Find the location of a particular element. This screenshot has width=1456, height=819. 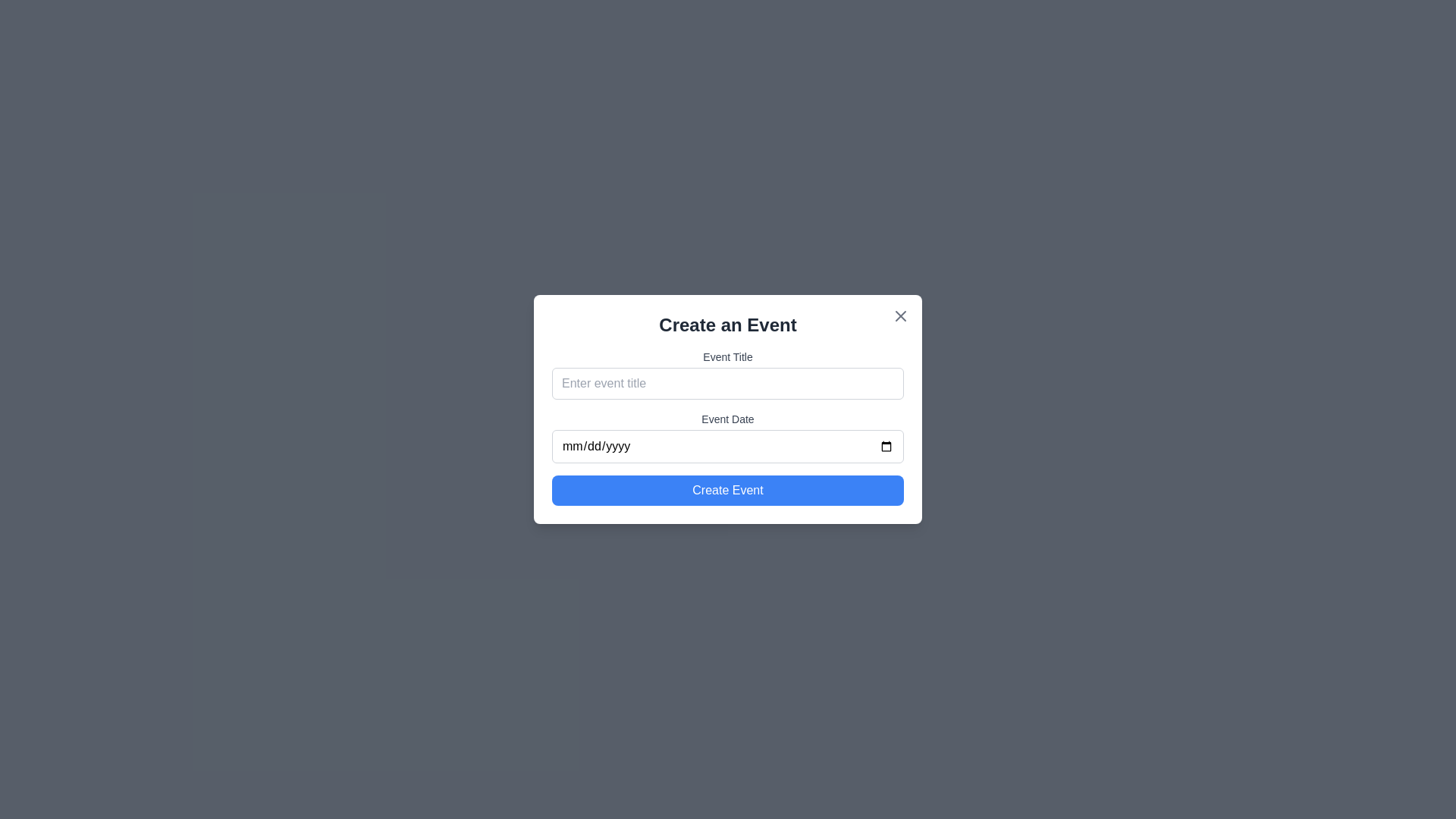

the close icon located at the top-right corner of the 'Create an Event' modal window to potentially reveal a tooltip is located at coordinates (901, 315).